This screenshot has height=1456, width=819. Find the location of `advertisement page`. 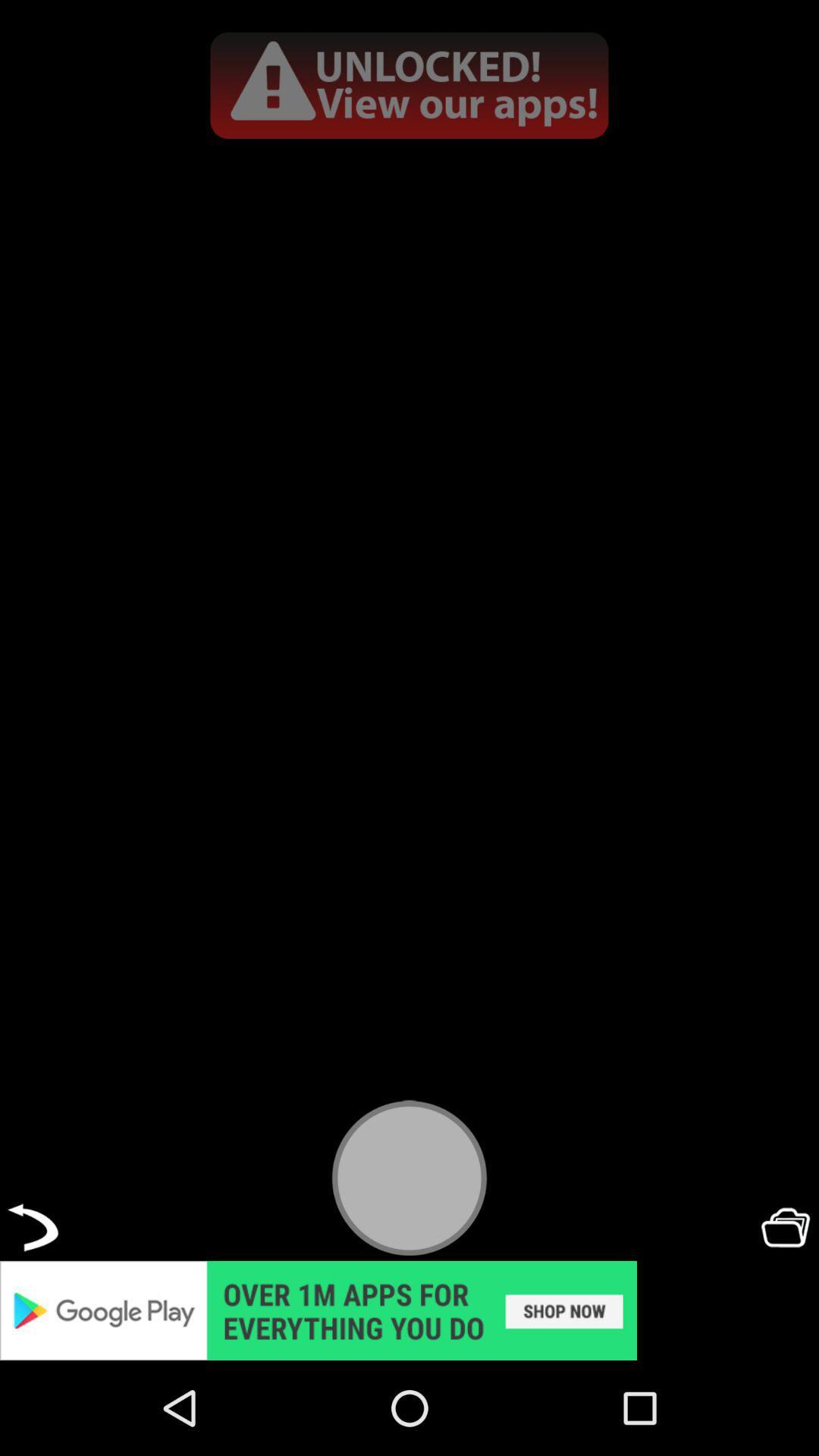

advertisement page is located at coordinates (409, 84).